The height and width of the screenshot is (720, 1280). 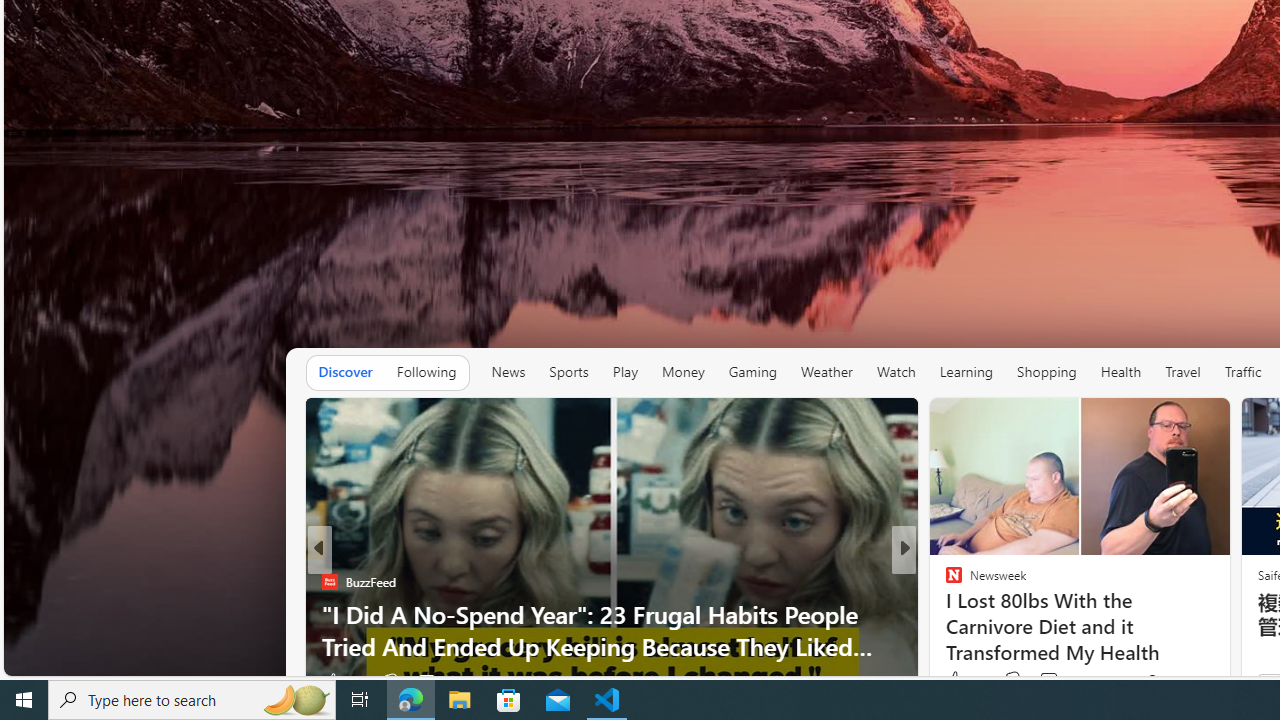 I want to click on '57 Like', so click(x=955, y=680).